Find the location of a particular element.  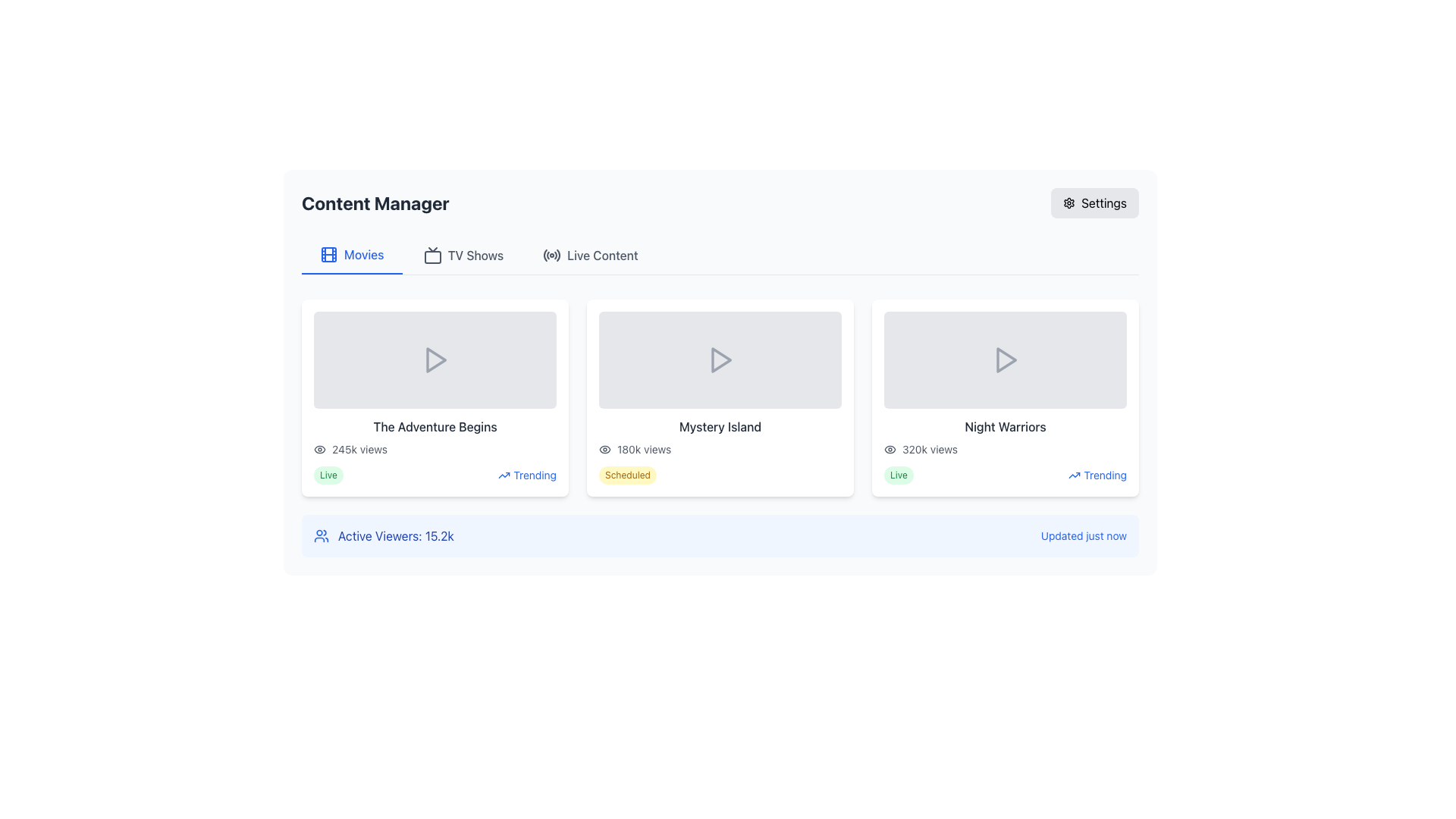

the visibility icon located in the rightmost card of the second row, which symbolizes the number of views for the associated content is located at coordinates (890, 449).